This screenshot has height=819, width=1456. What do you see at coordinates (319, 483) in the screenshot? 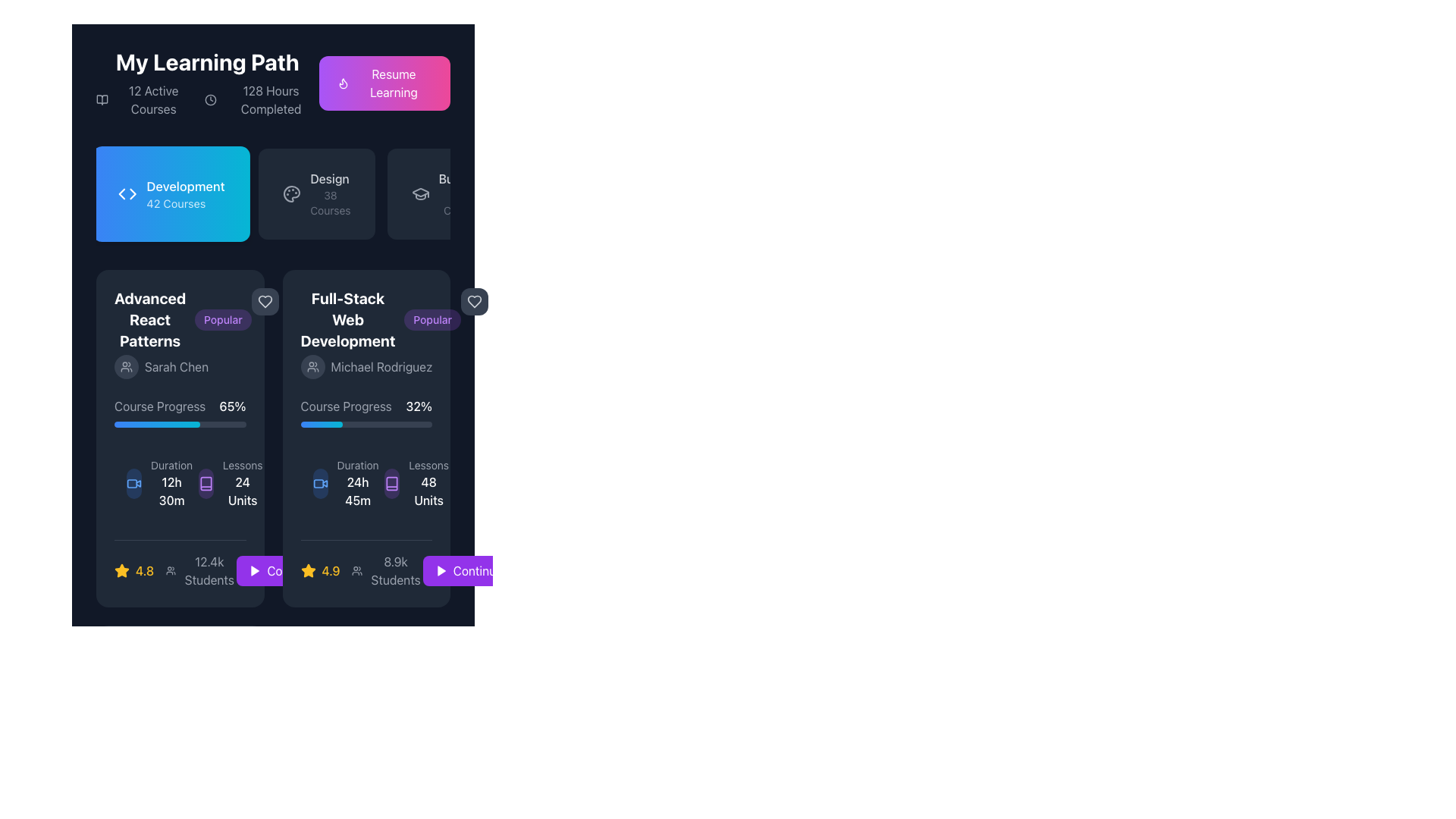
I see `the rounded square icon with a semi-transparent blue background, which contains a video camera icon, located in the top-left area of the 'Full-Stack Web Development' card, above the 'Duration' text` at bounding box center [319, 483].